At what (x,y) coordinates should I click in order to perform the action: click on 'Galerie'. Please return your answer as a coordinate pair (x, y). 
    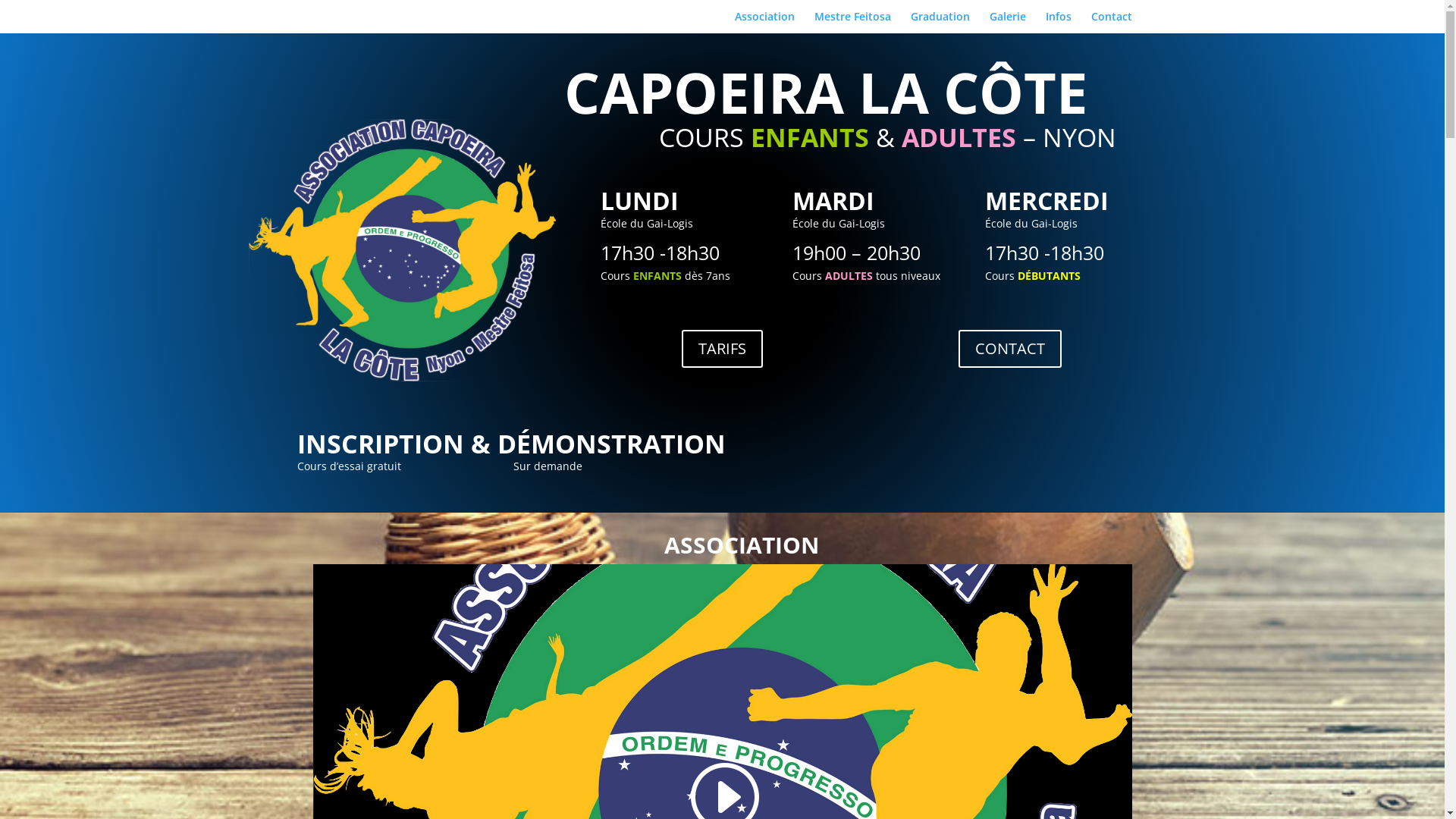
    Looking at the image, I should click on (1007, 22).